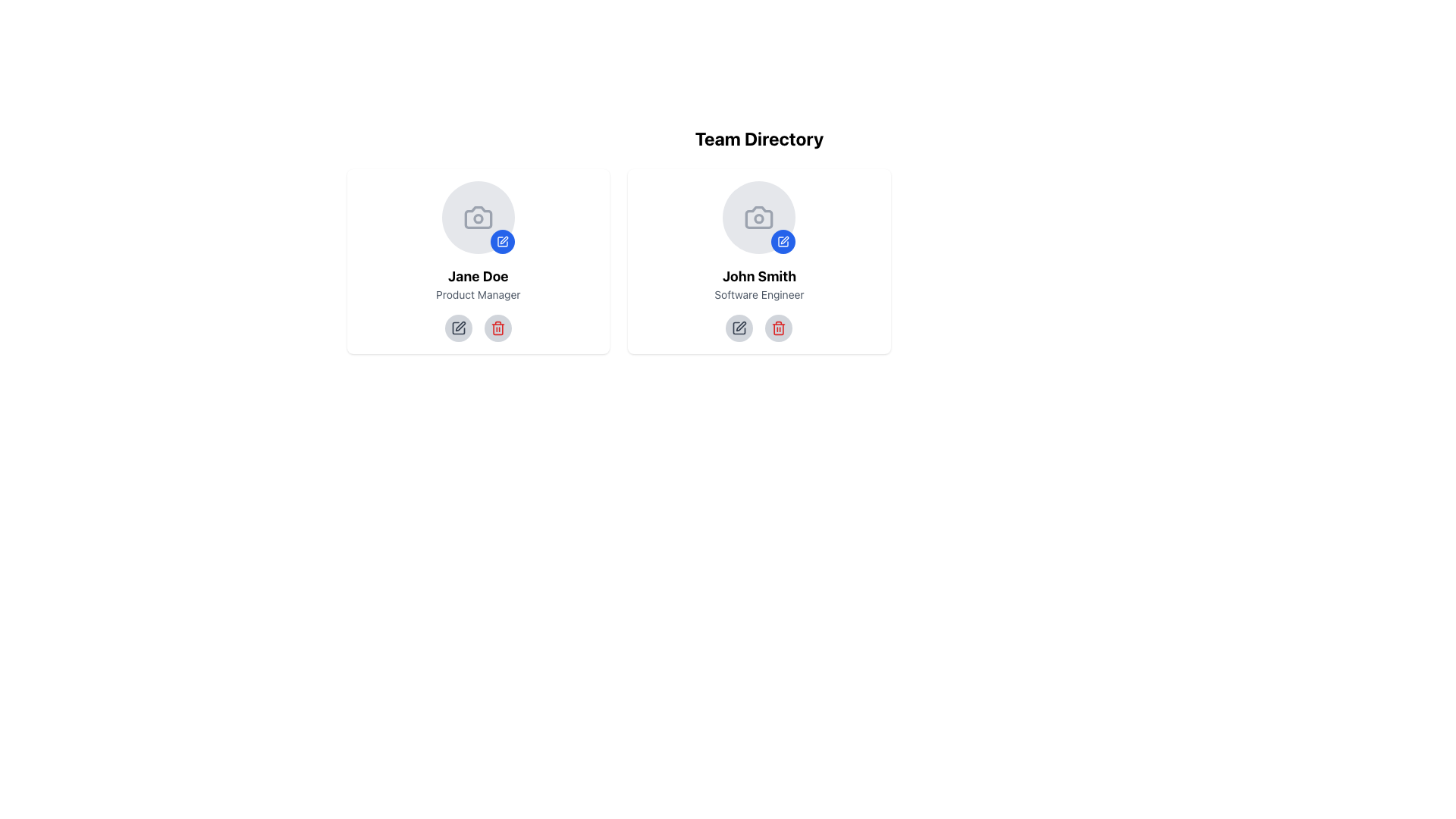  I want to click on the static text displaying the role or title of 'John Smith' located in the second card of the user profiles list, positioned below the name and above the interactive icons, so click(759, 295).